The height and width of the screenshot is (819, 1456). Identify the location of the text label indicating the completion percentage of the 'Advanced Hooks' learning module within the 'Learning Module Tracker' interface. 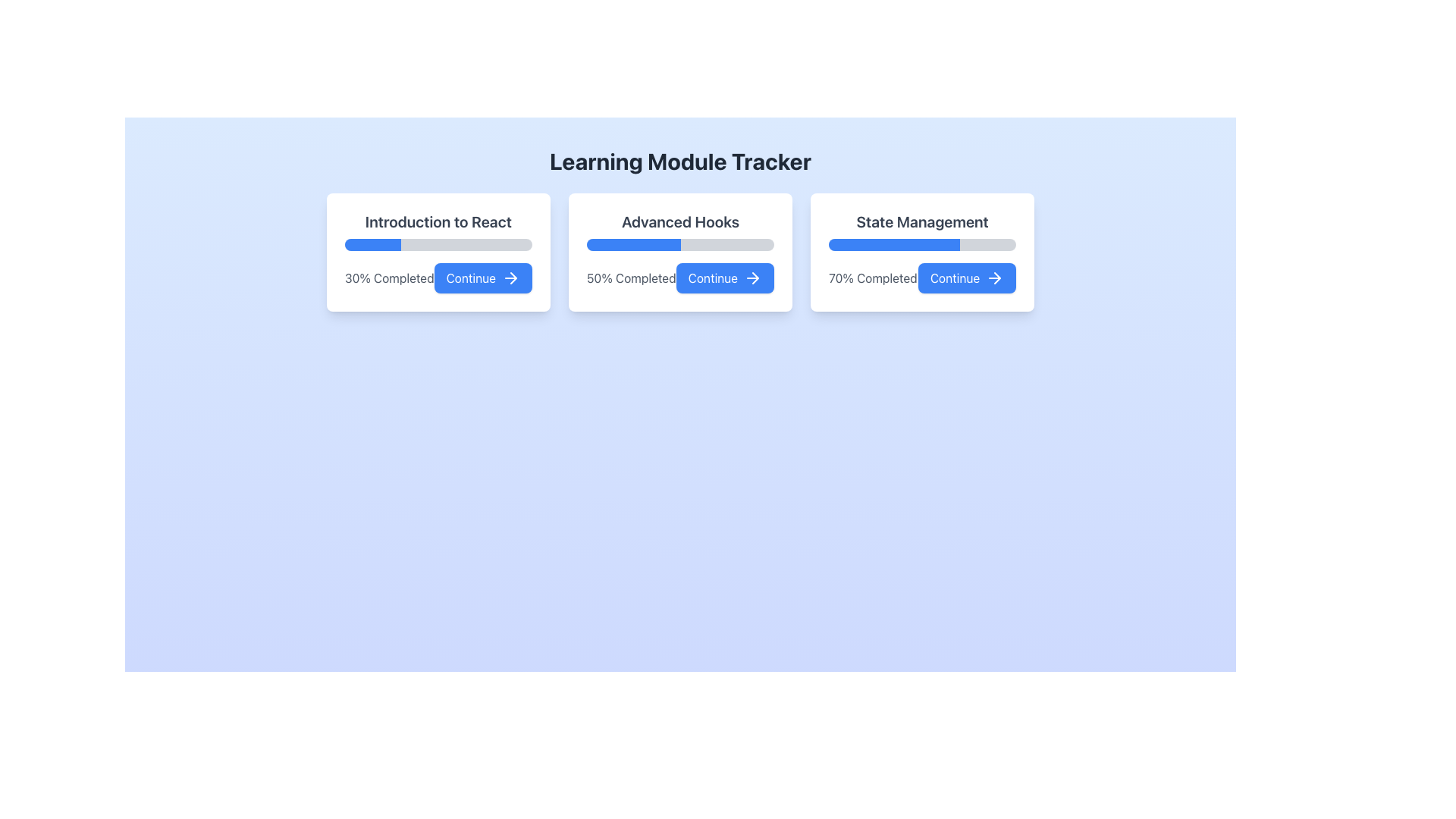
(631, 278).